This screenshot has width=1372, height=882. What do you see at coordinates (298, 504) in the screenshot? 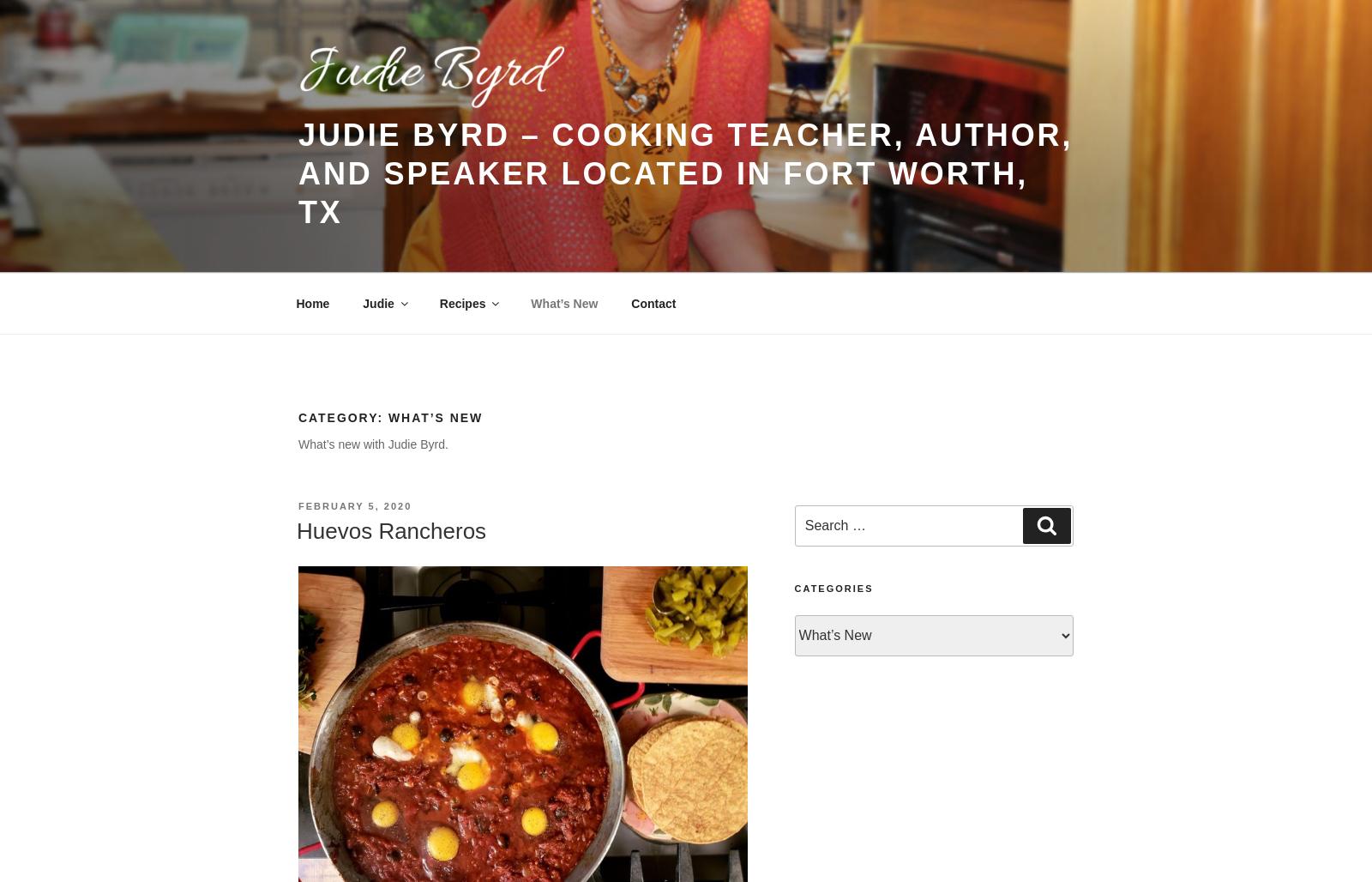
I see `'February 5, 2020'` at bounding box center [298, 504].